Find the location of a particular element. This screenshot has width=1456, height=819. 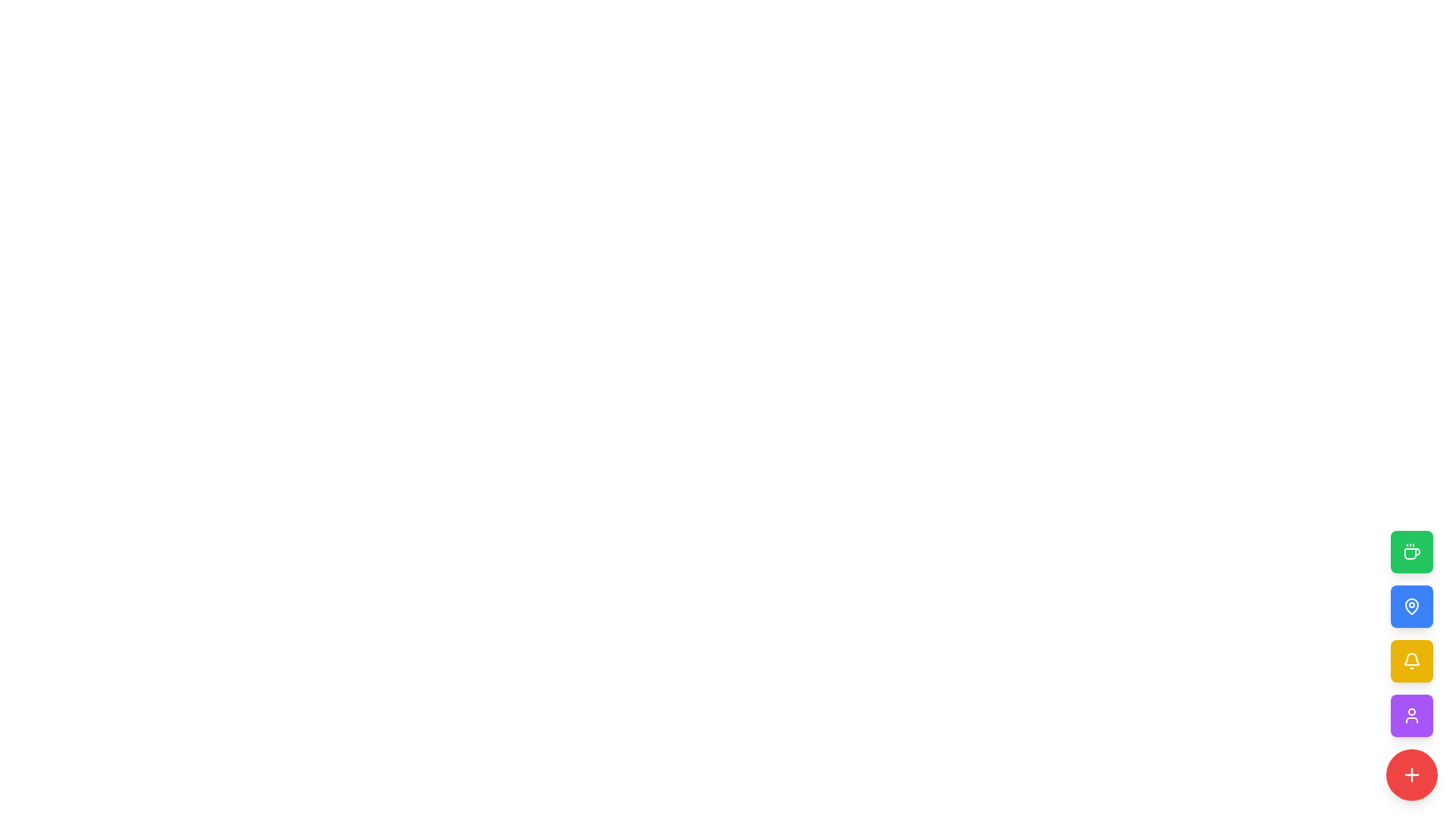

the coffee-related icon located in the top green button on the right edge of the interface, which is the first button in a vertical stack is located at coordinates (1411, 552).